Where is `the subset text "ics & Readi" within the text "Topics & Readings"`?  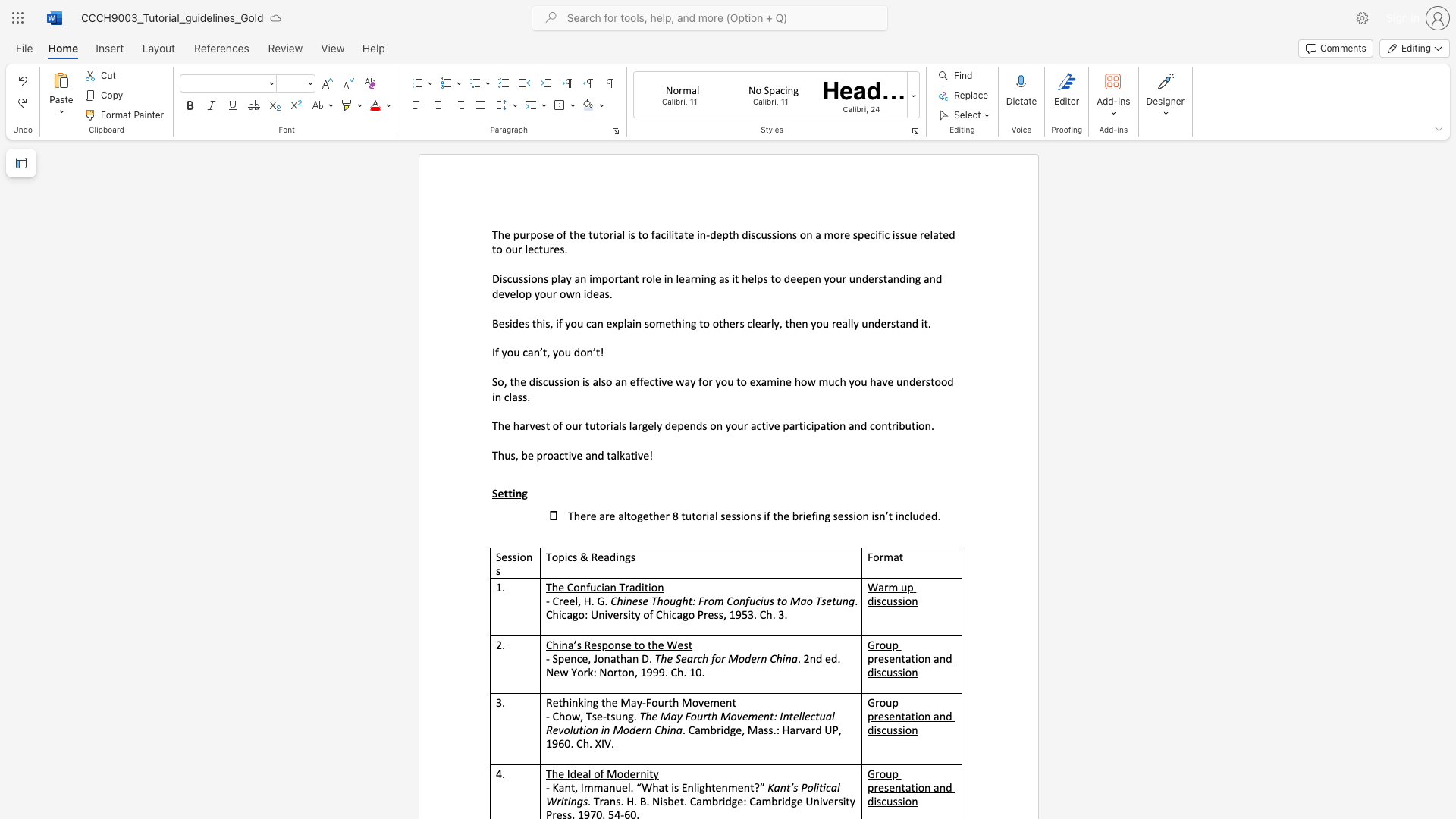
the subset text "ics & Readi" within the text "Topics & Readings" is located at coordinates (563, 557).